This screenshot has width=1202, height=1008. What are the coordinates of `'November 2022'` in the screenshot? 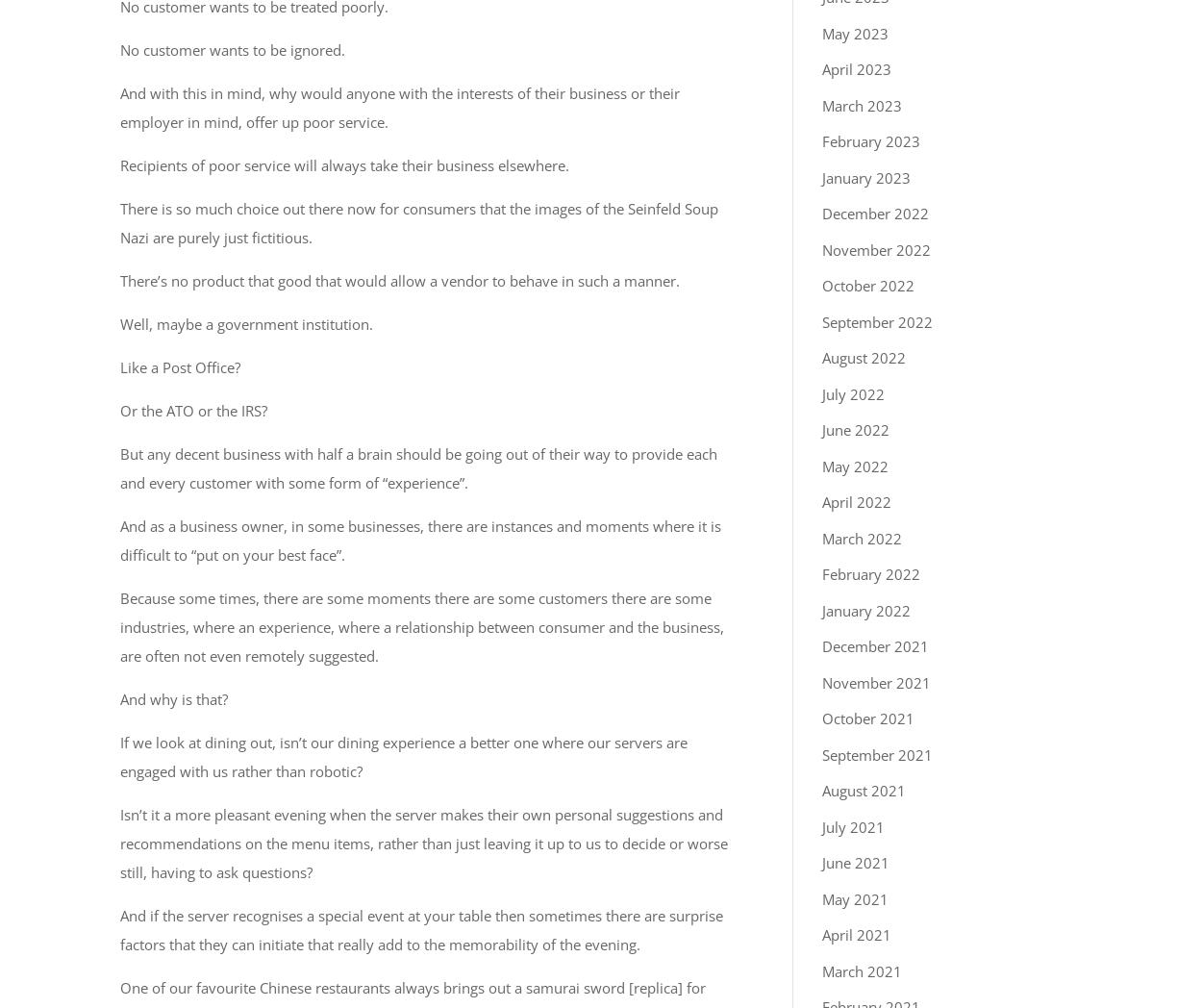 It's located at (876, 248).